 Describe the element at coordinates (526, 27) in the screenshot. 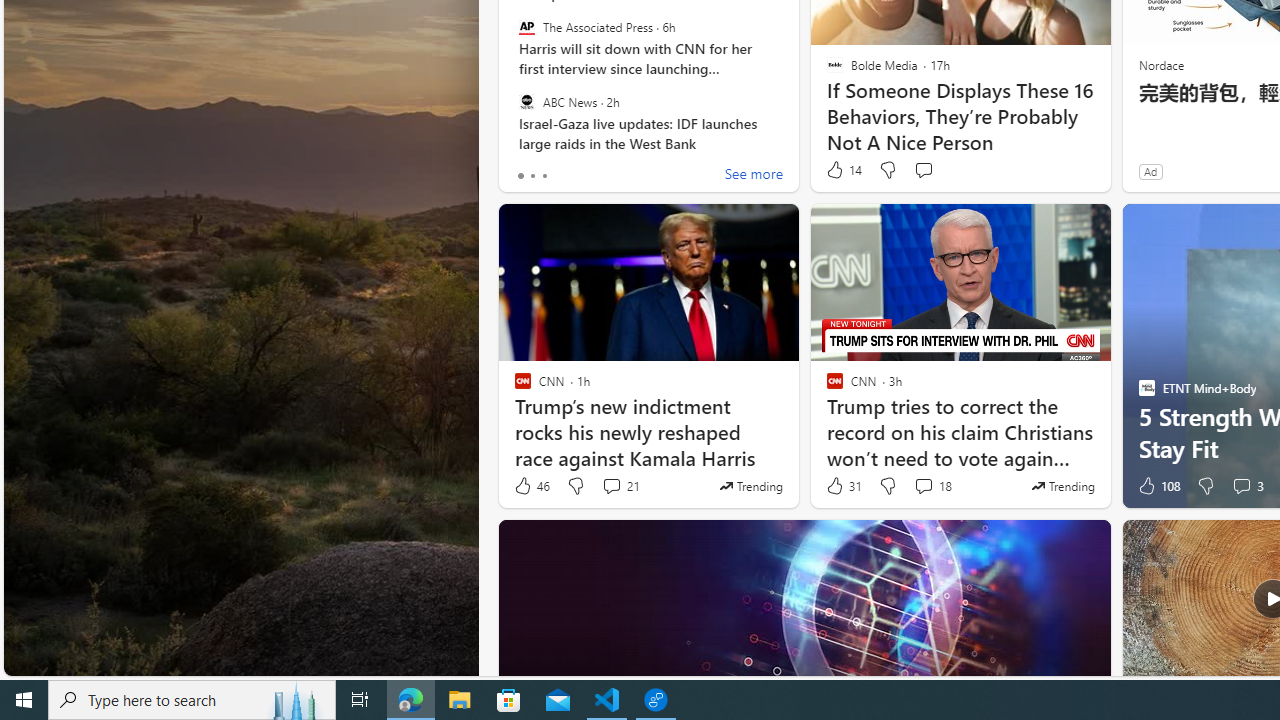

I see `'The Associated Press'` at that location.